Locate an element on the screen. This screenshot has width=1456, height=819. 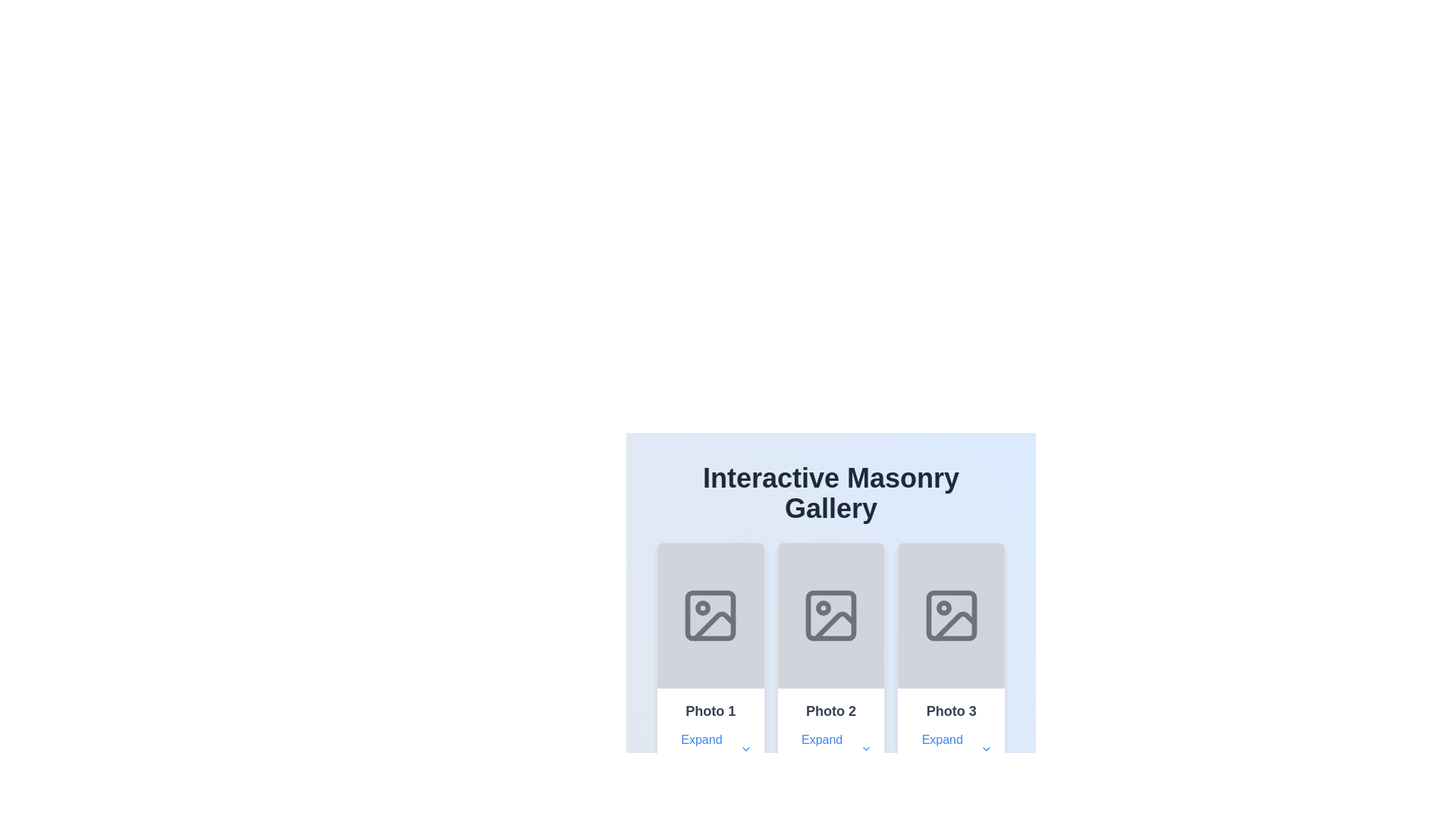
photo icon represented by the square SVG element with rounded corners located in the third column of the grid labeled 'Interactive Masonry Gallery' is located at coordinates (950, 616).